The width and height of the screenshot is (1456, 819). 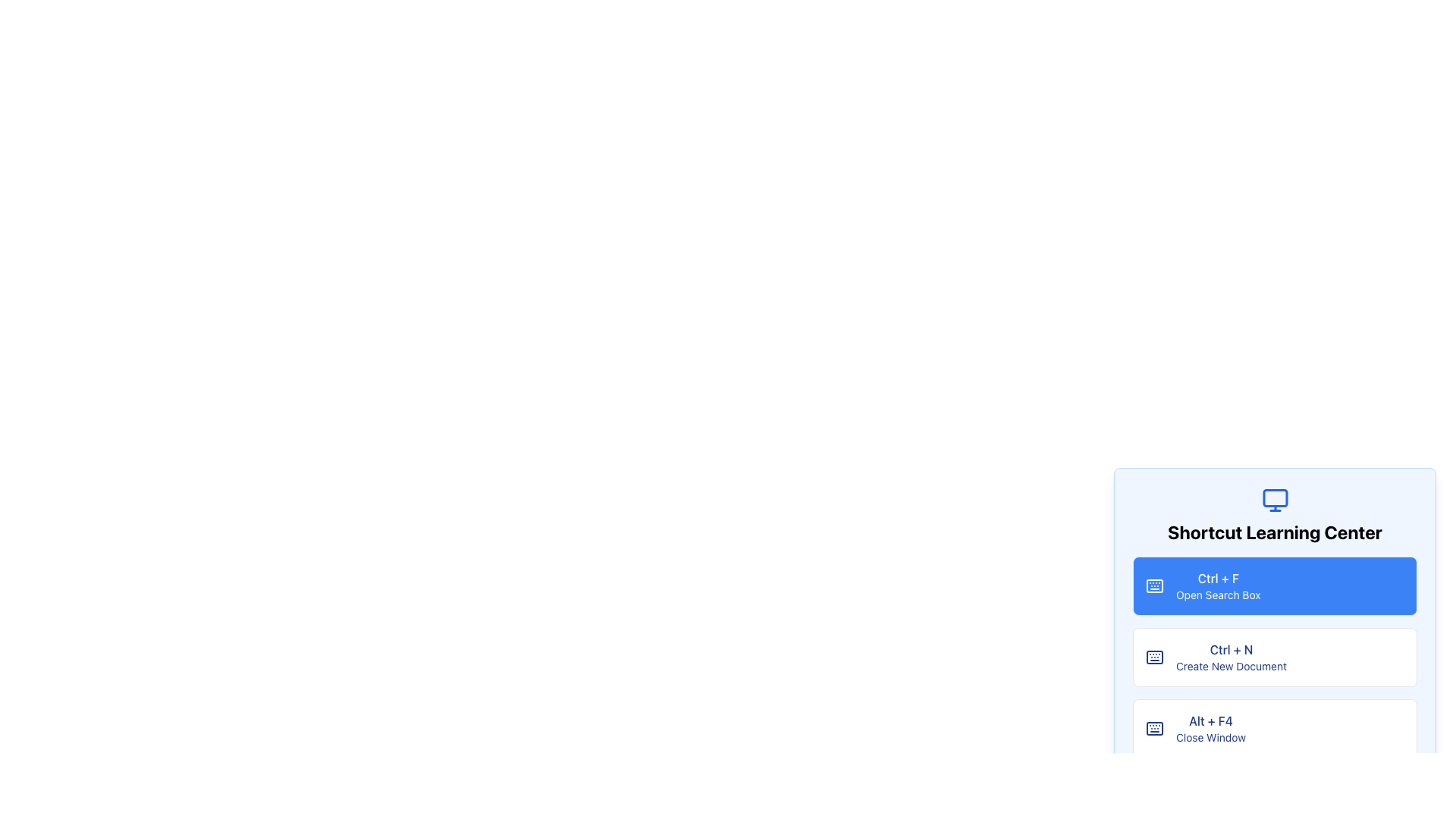 I want to click on the static text label 'Create New Document' located below the shortcut 'Ctrl + N' in the lower-right area of the interface, so click(x=1231, y=666).